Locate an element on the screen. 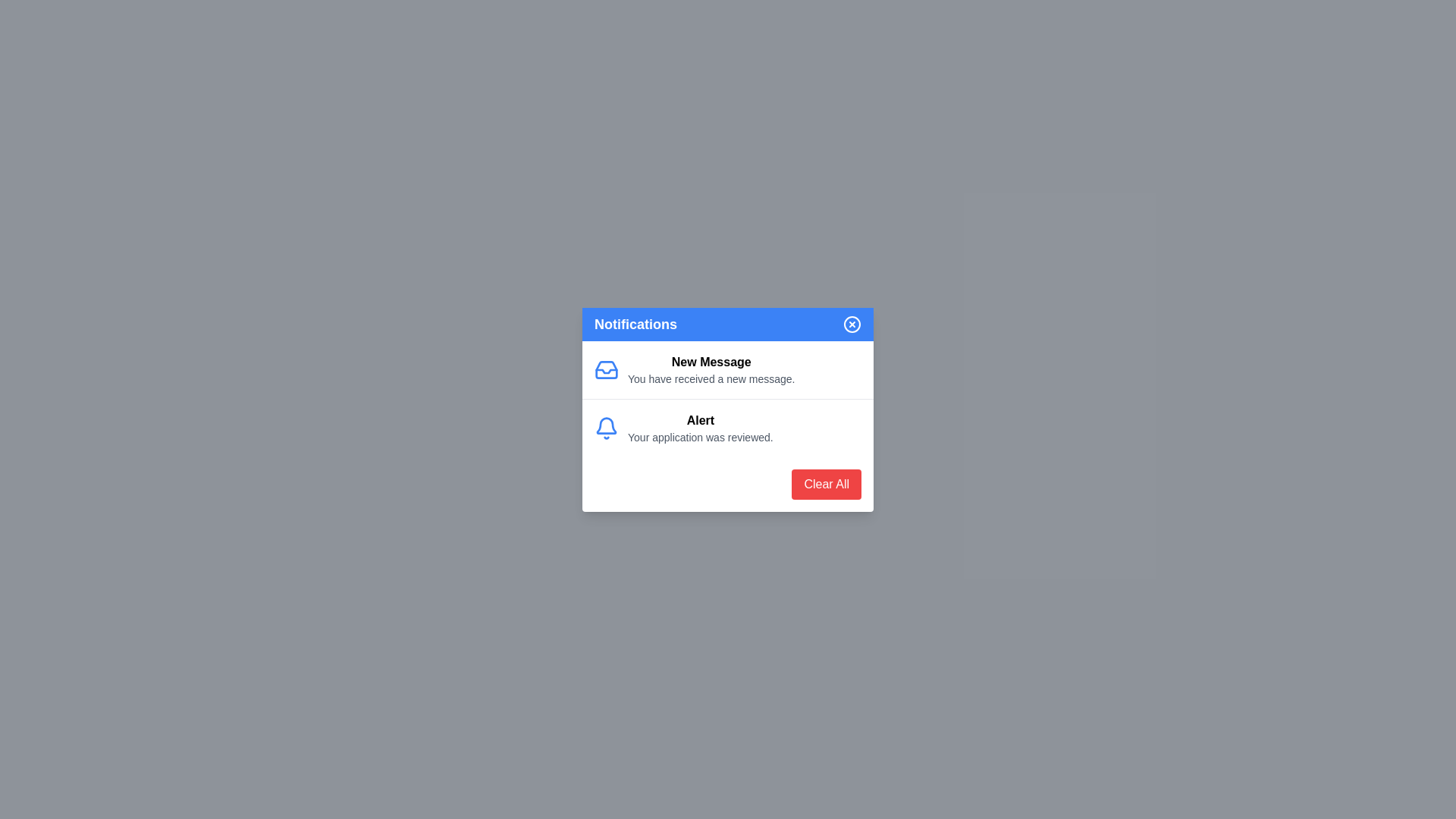 The height and width of the screenshot is (819, 1456). 'Clear All' button to clear all notifications is located at coordinates (825, 483).